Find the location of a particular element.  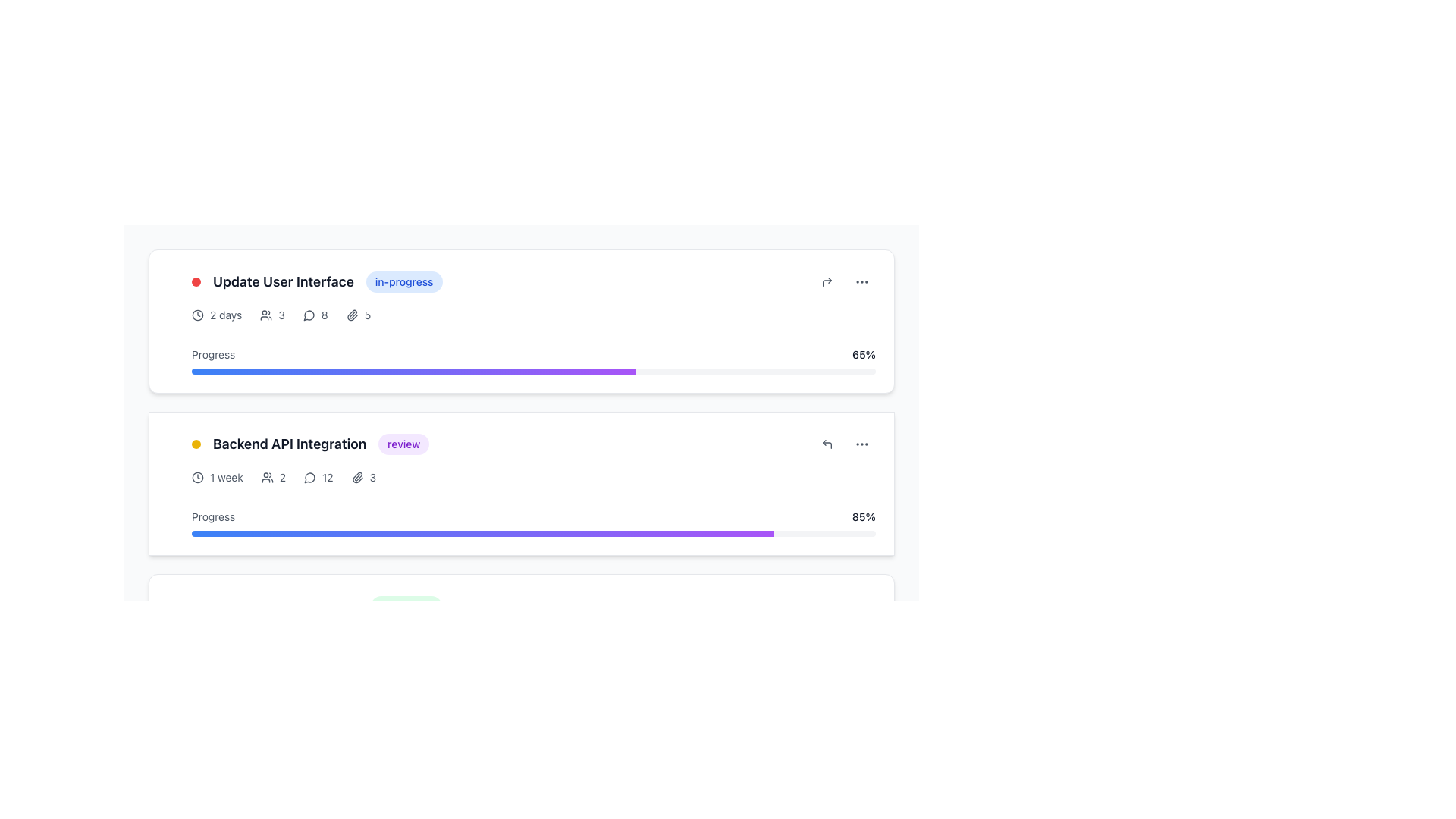

the arrow icon button located in the top-right corner of the 'Backend API Integration' card to initiate the related action is located at coordinates (826, 444).